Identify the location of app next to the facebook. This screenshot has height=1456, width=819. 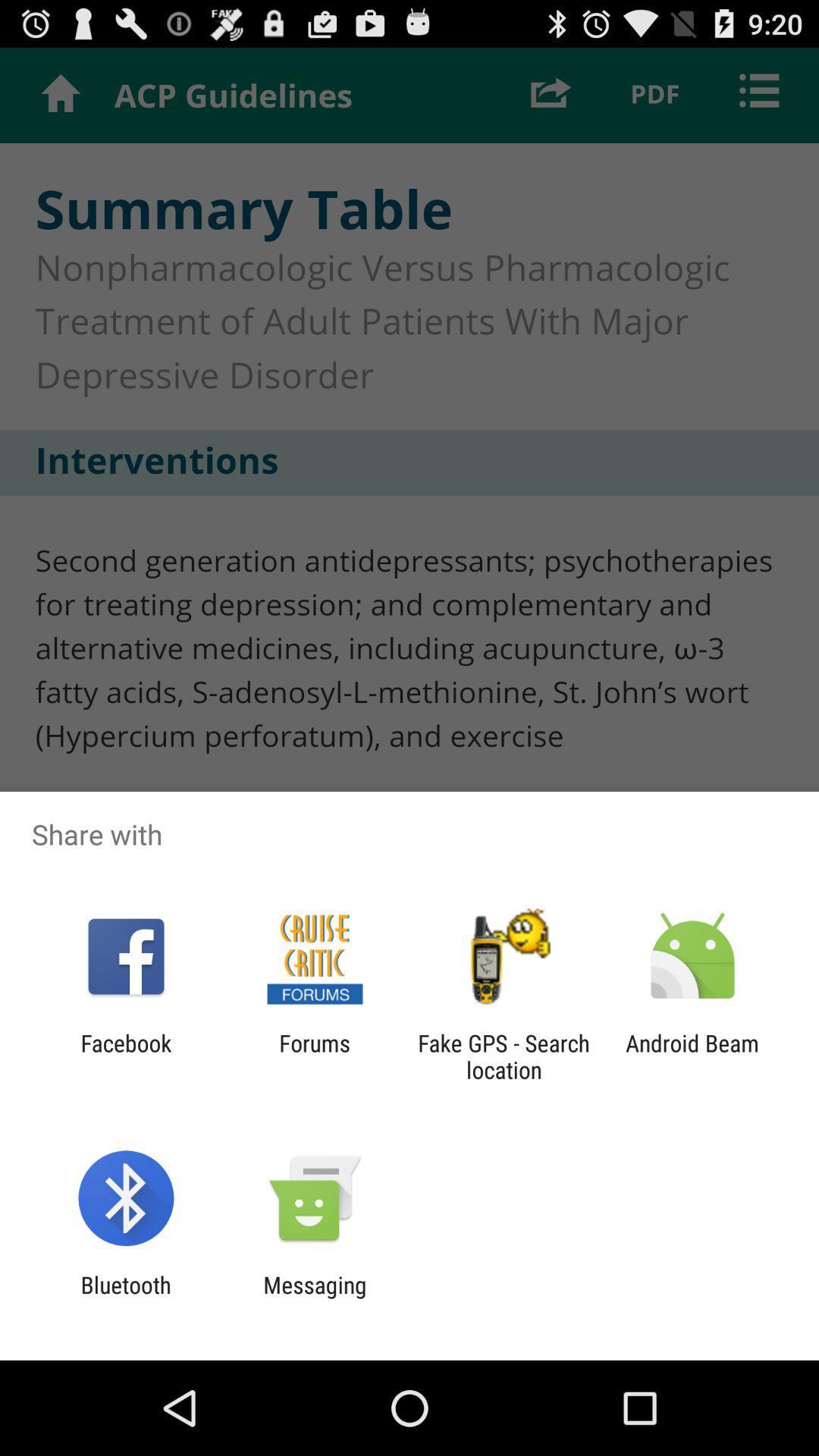
(314, 1056).